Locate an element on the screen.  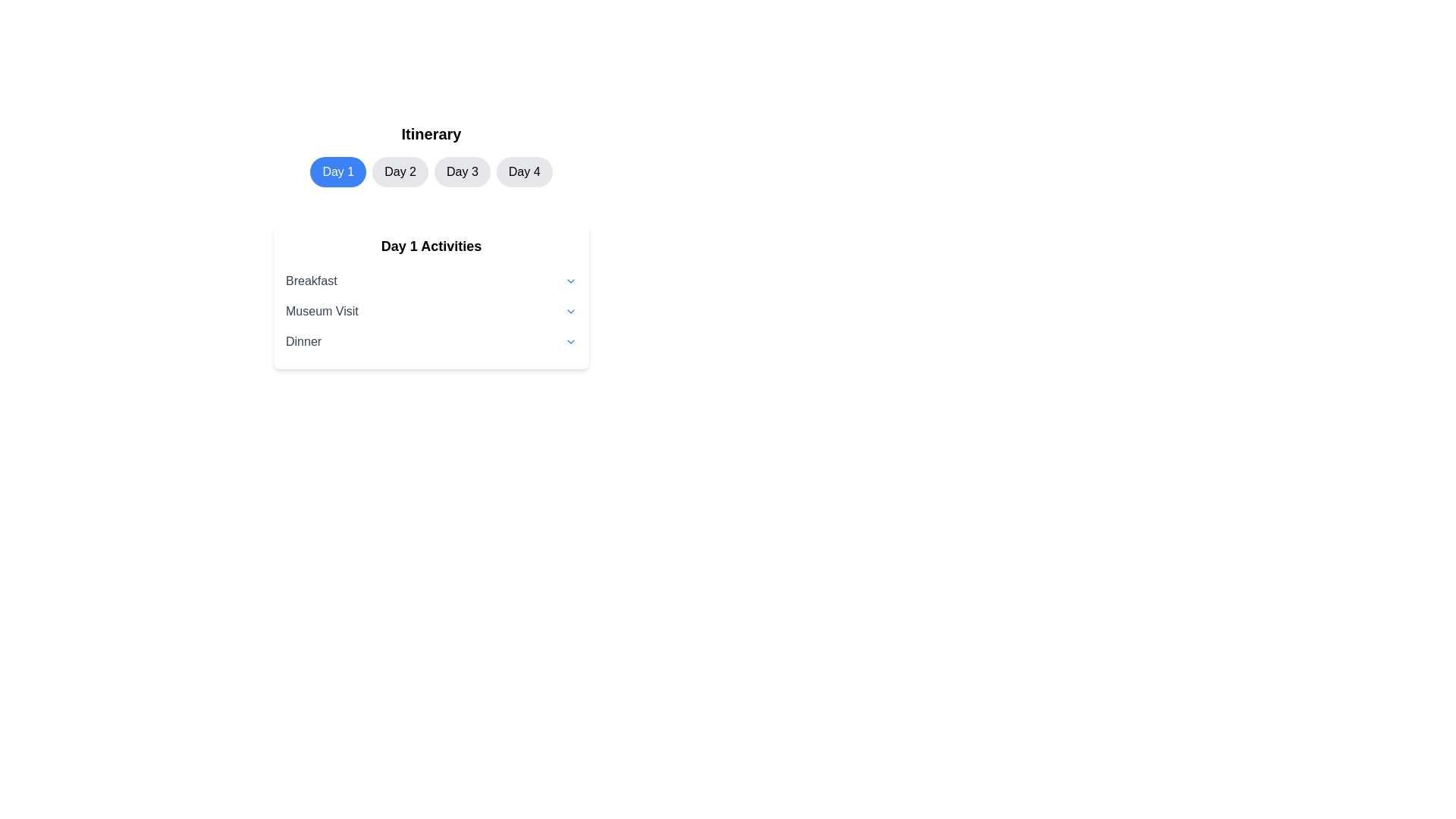
the small downward-facing chevron icon, which serves as a dropdown toggle next to the 'Dinner' text in the 'Day 1 Activities' list, to change its color is located at coordinates (570, 342).